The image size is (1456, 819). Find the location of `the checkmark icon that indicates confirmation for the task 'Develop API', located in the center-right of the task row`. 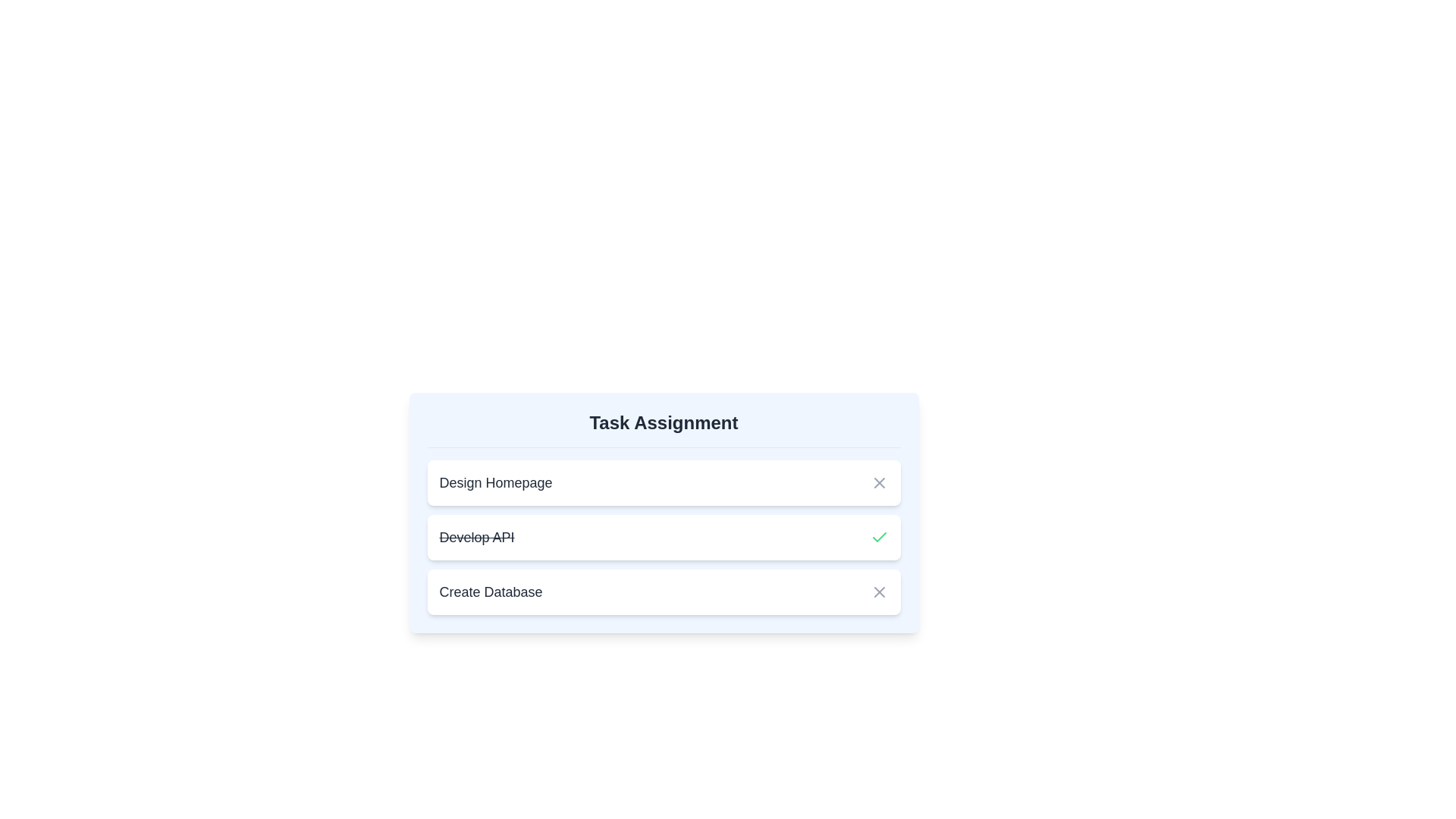

the checkmark icon that indicates confirmation for the task 'Develop API', located in the center-right of the task row is located at coordinates (879, 536).